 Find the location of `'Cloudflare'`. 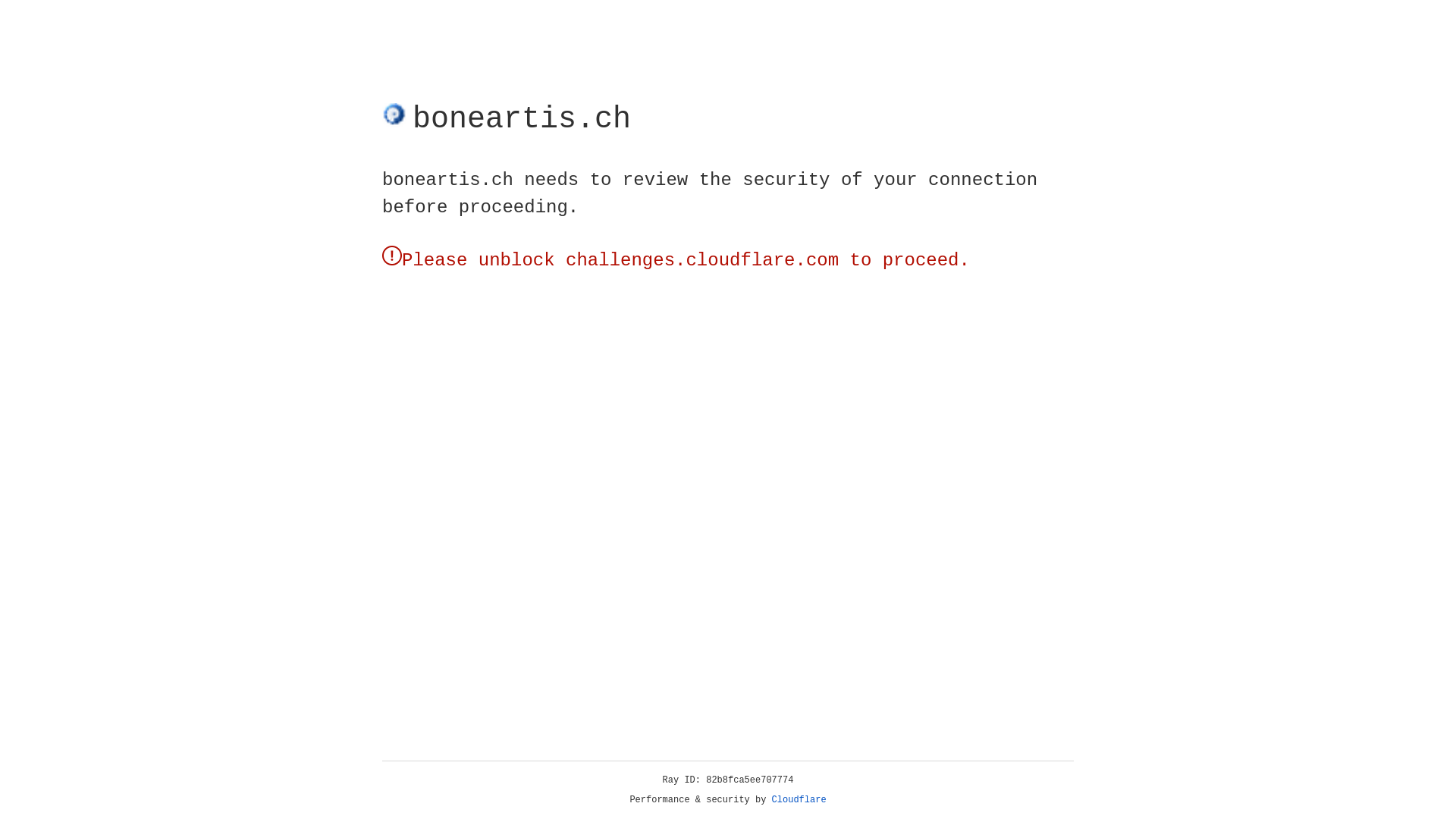

'Cloudflare' is located at coordinates (799, 799).